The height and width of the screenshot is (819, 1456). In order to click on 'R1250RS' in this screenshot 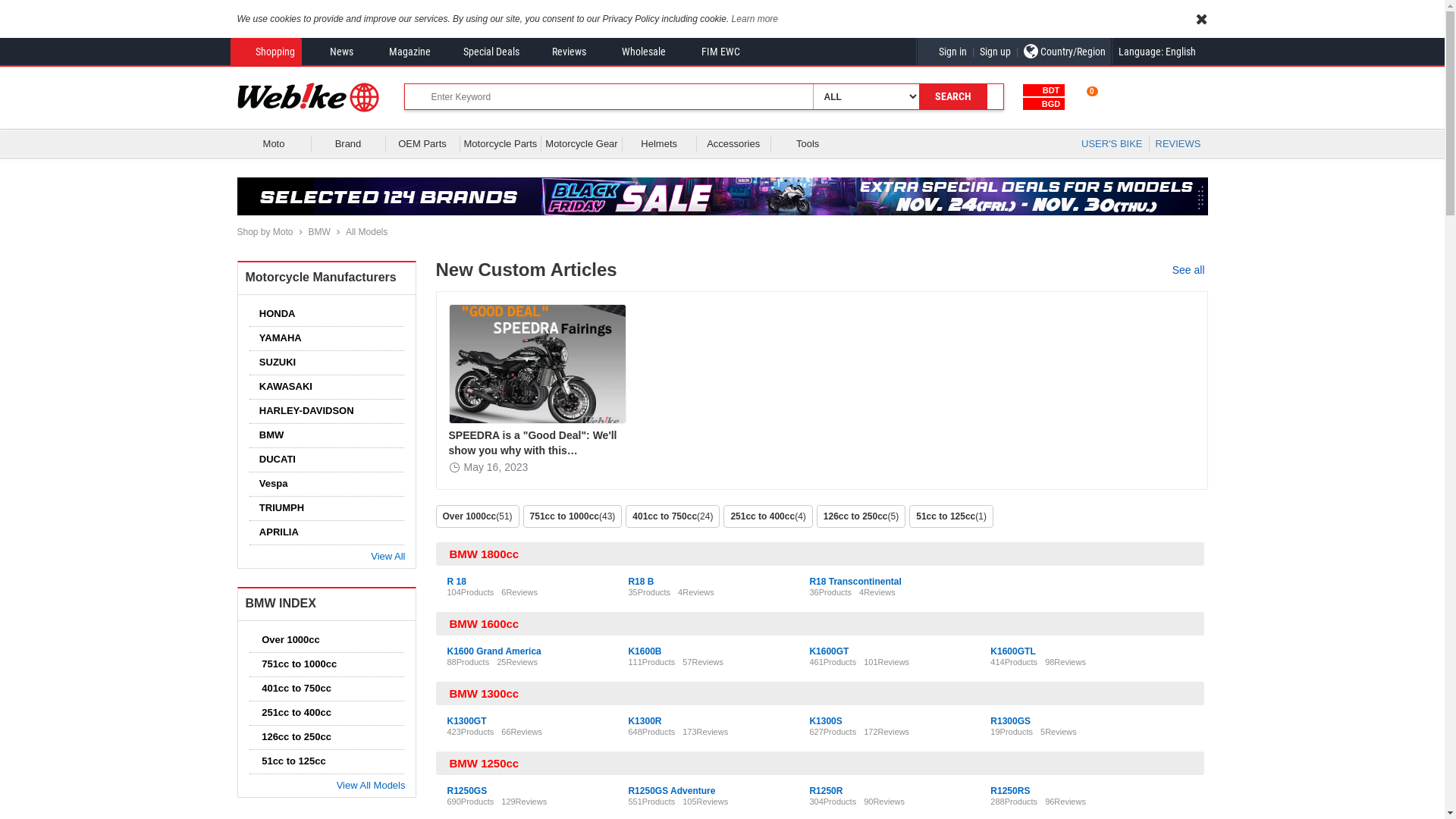, I will do `click(990, 789)`.